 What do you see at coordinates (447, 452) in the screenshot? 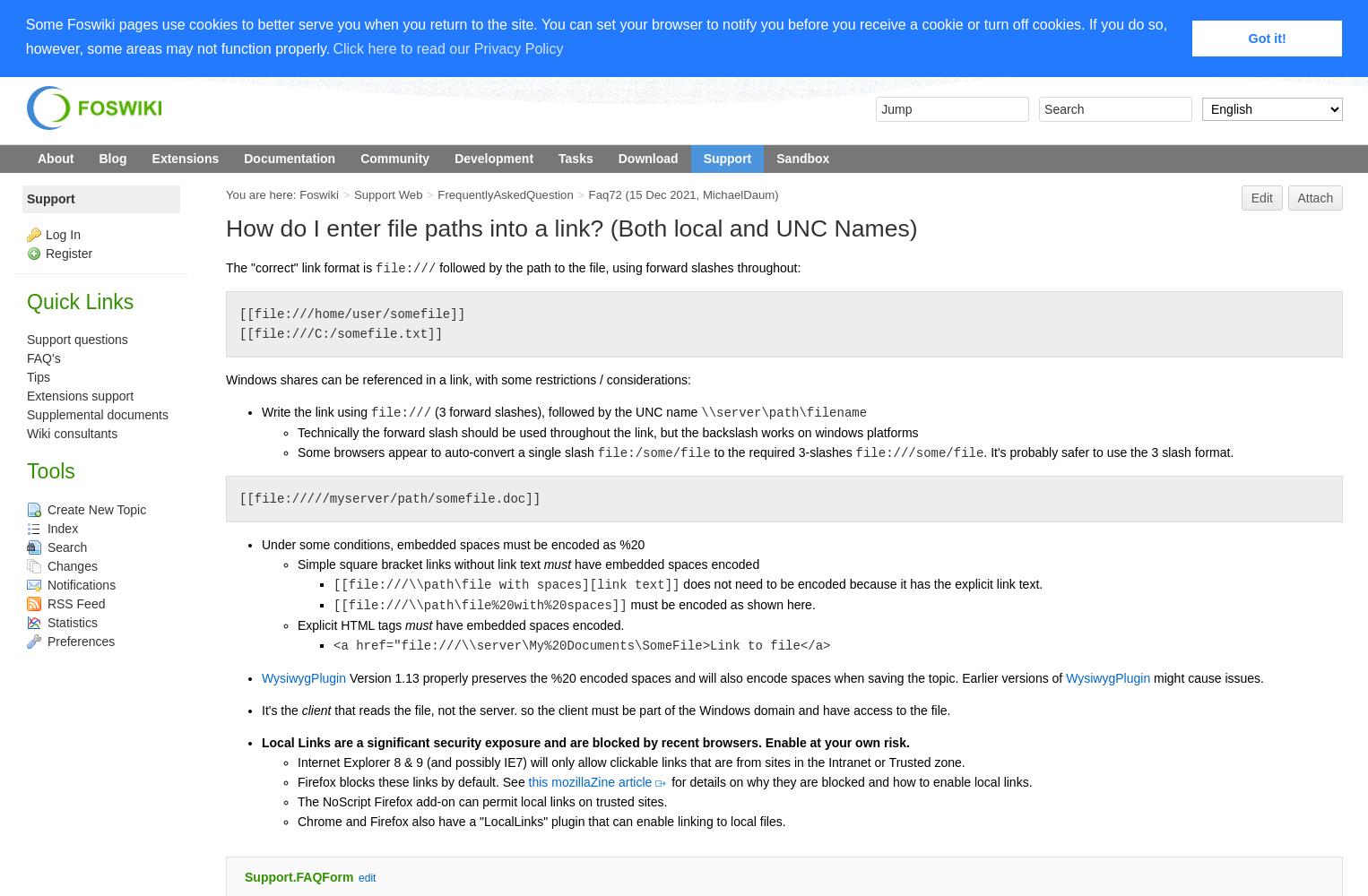
I see `'Some browsers appear to auto-convert a single slash'` at bounding box center [447, 452].